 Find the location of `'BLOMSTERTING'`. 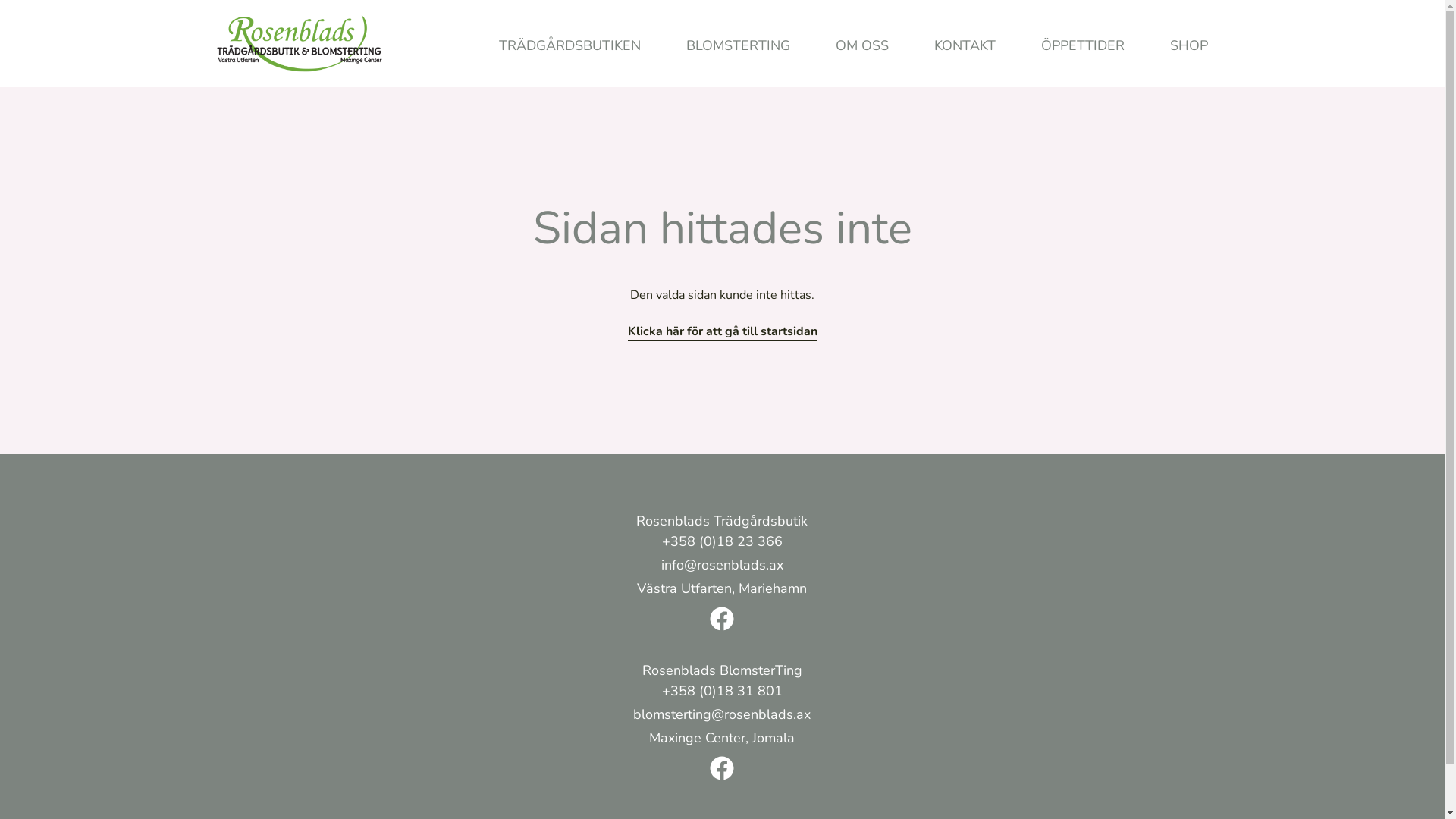

'BLOMSTERTING' is located at coordinates (662, 45).